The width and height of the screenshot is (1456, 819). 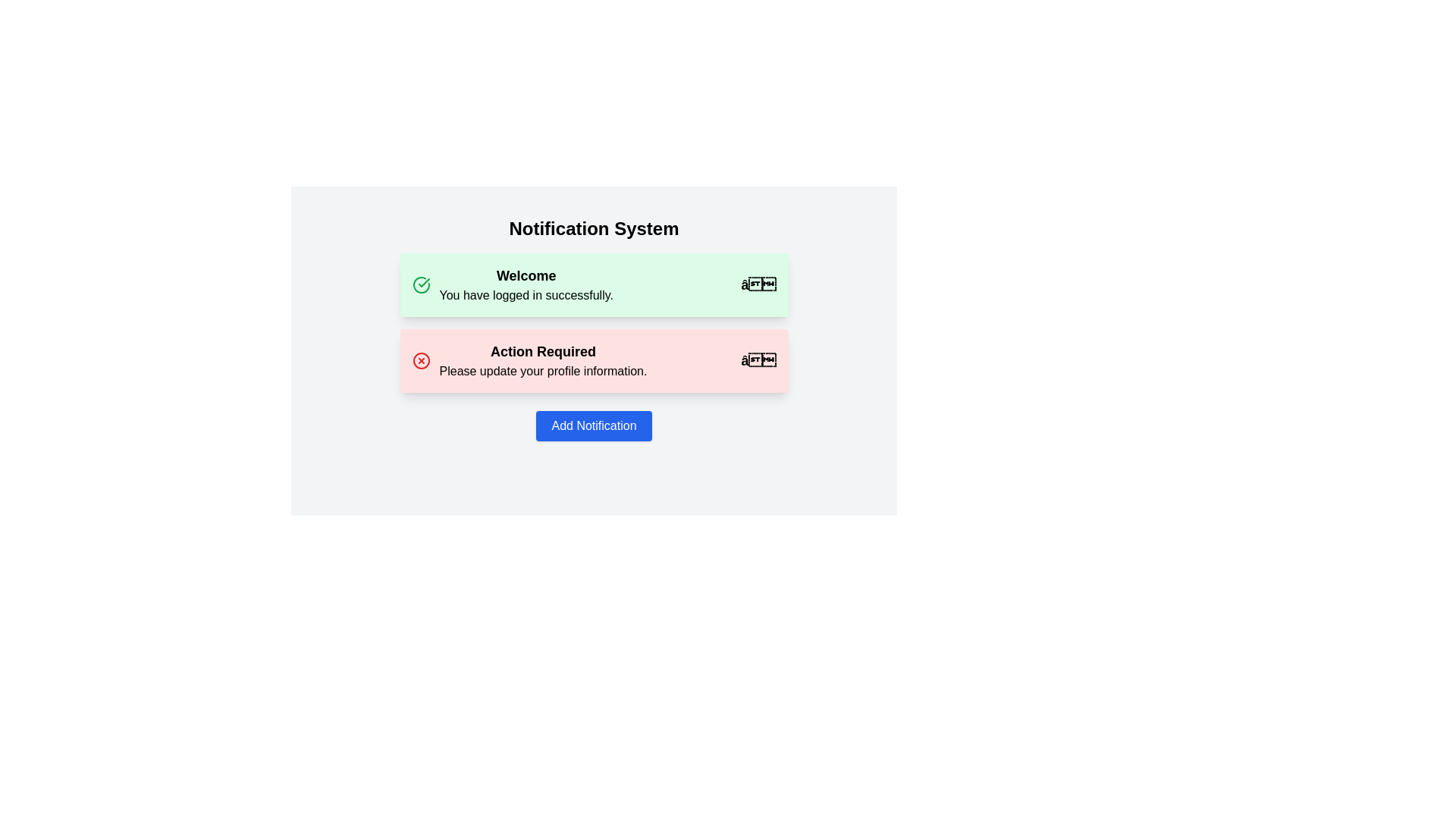 What do you see at coordinates (593, 228) in the screenshot?
I see `text element styled as a bold and large-sized title reading 'Notification System' located at the top of the section above notifications and the 'Add Notification' button` at bounding box center [593, 228].